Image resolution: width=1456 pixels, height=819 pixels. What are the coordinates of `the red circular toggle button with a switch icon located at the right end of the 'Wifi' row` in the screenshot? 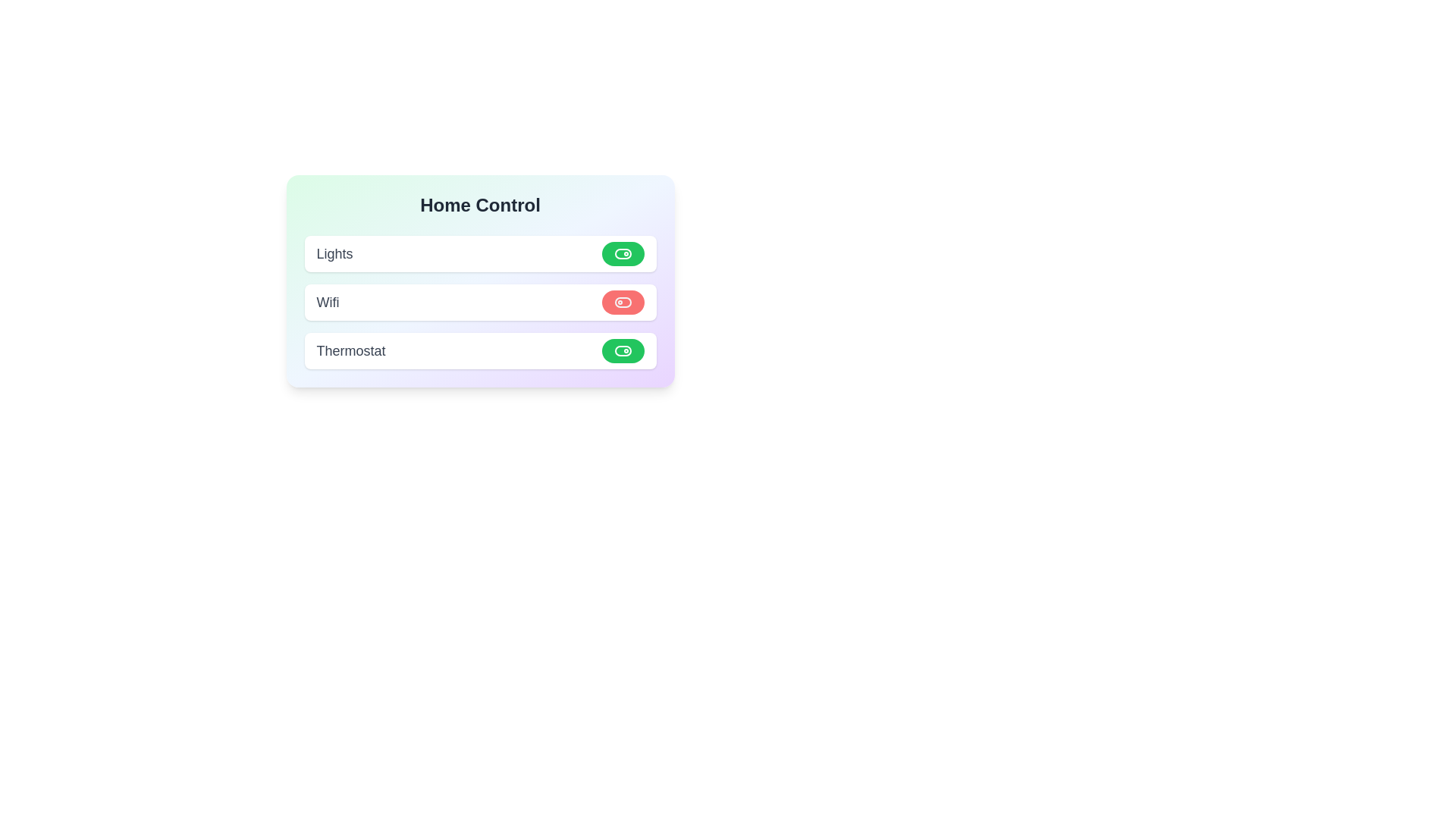 It's located at (623, 302).